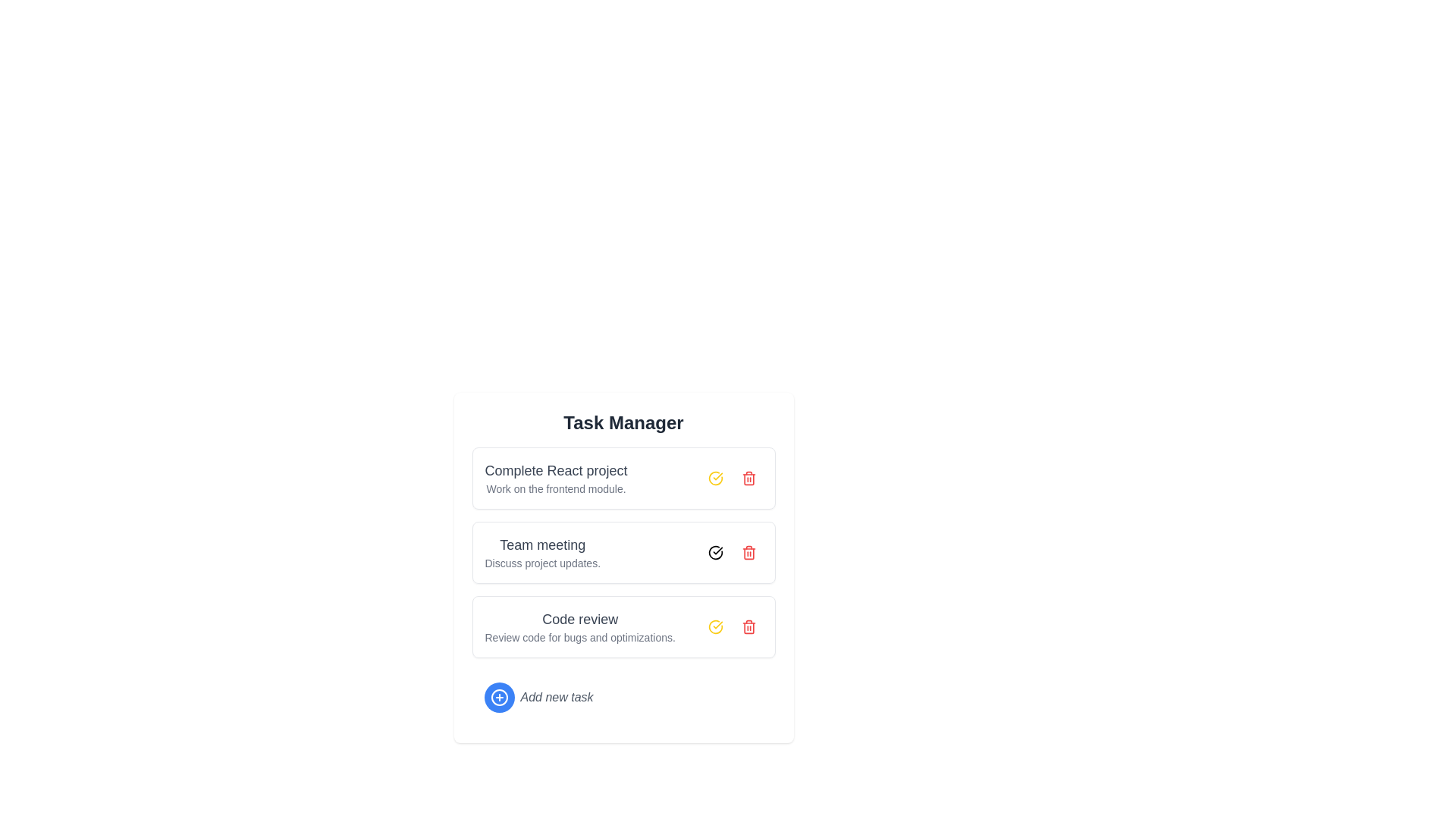  I want to click on the static text label displaying 'Add new task', which is styled in italicized light gray and positioned to the right of a blue circular '+' button, so click(556, 698).